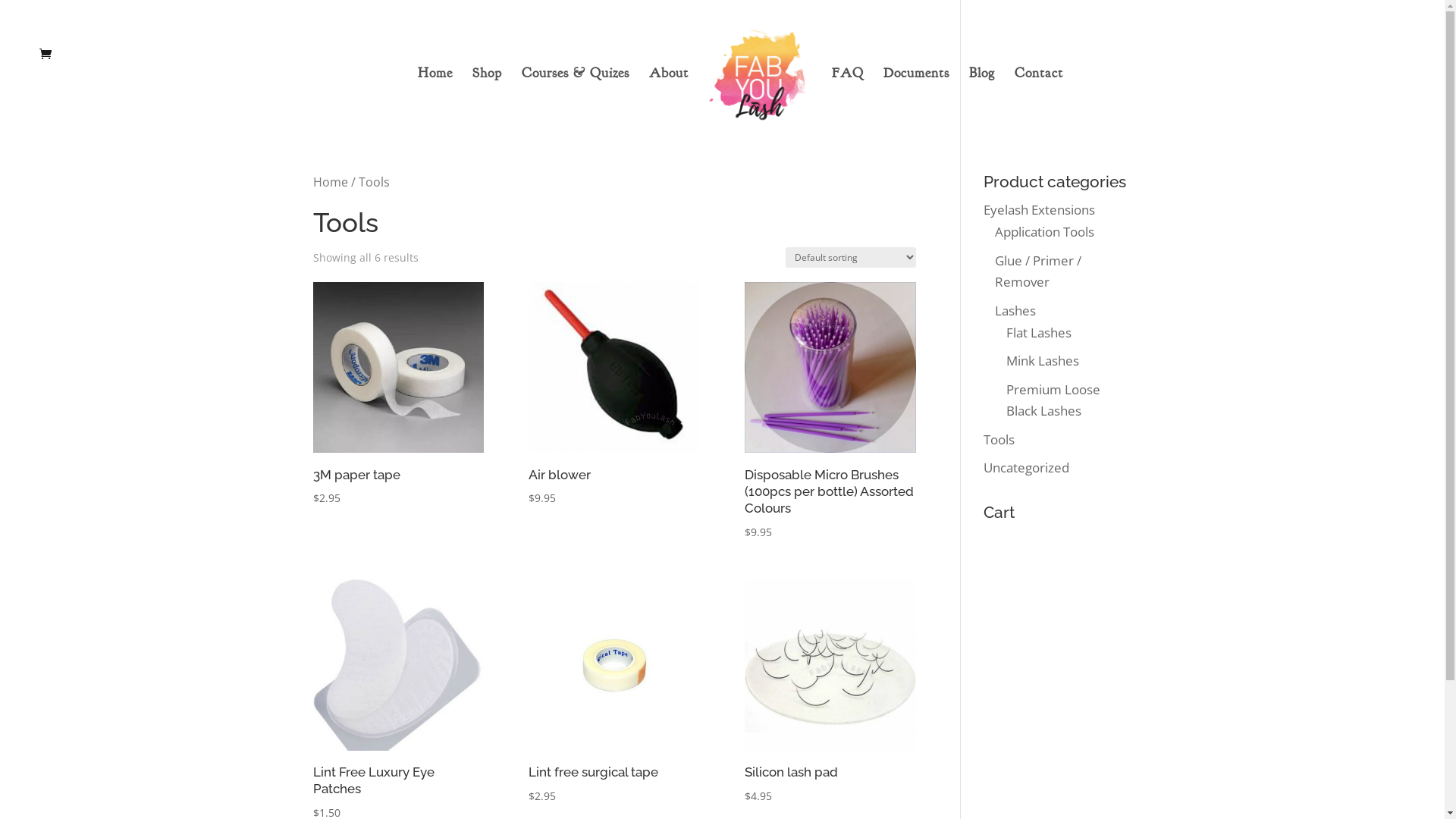 Image resolution: width=1456 pixels, height=819 pixels. I want to click on 'Flat Lashes', so click(1037, 331).